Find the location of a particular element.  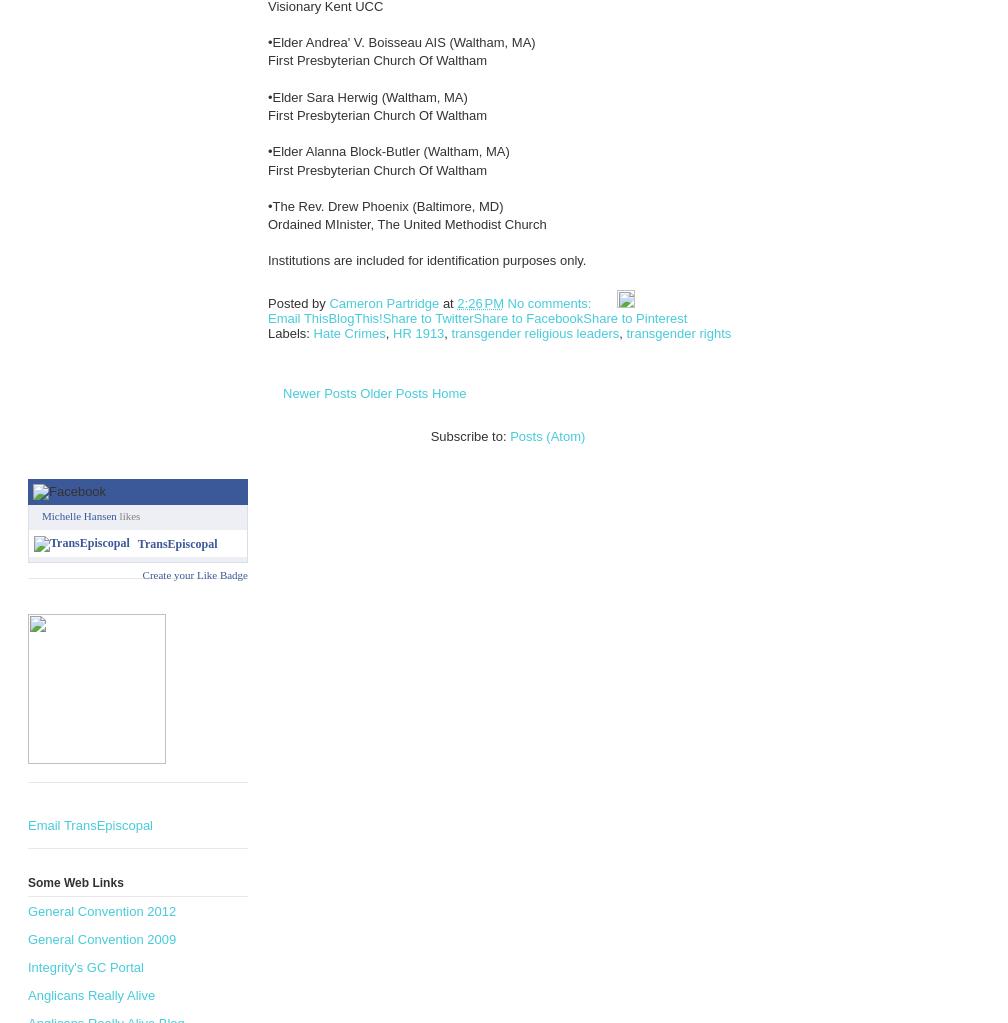

'Integrity's GC Portal' is located at coordinates (85, 966).